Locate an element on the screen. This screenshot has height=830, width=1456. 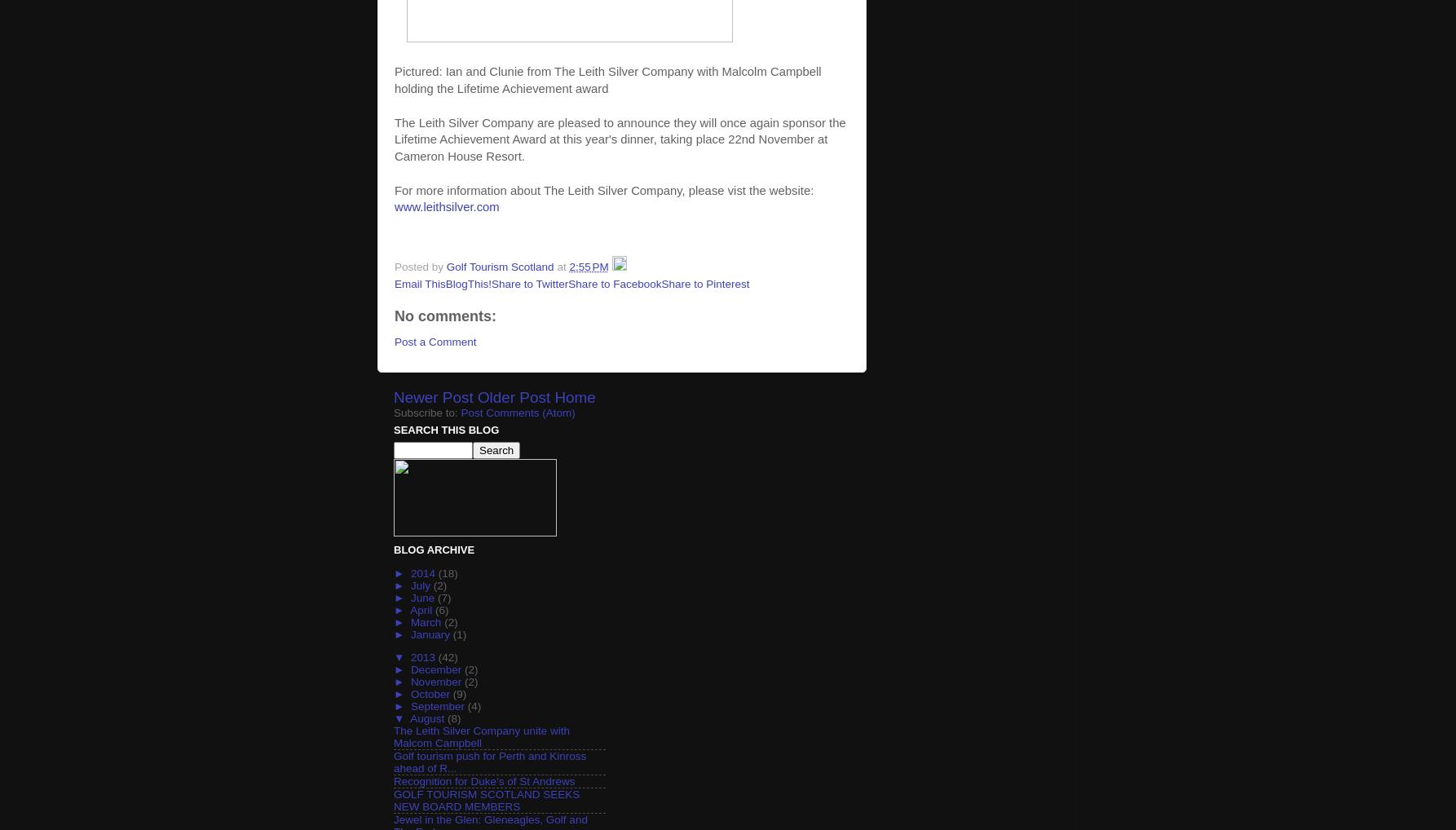
'For more information about The Leith Silver Company, please vist the website:' is located at coordinates (604, 189).